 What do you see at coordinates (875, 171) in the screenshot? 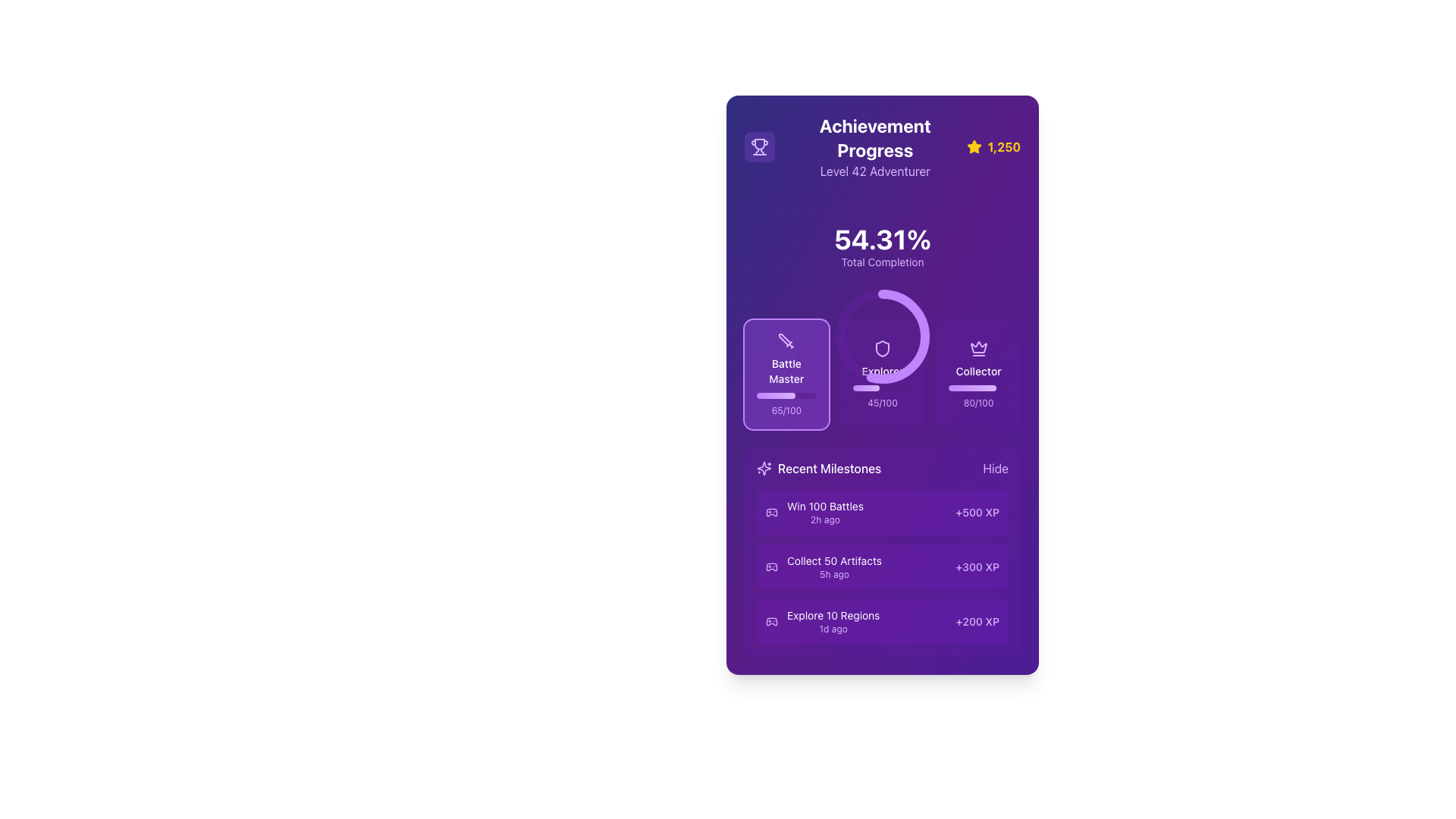
I see `the Text label displaying 'Level 42 Adventurer', which is styled in purple and located directly below the 'Achievement Progress' header` at bounding box center [875, 171].